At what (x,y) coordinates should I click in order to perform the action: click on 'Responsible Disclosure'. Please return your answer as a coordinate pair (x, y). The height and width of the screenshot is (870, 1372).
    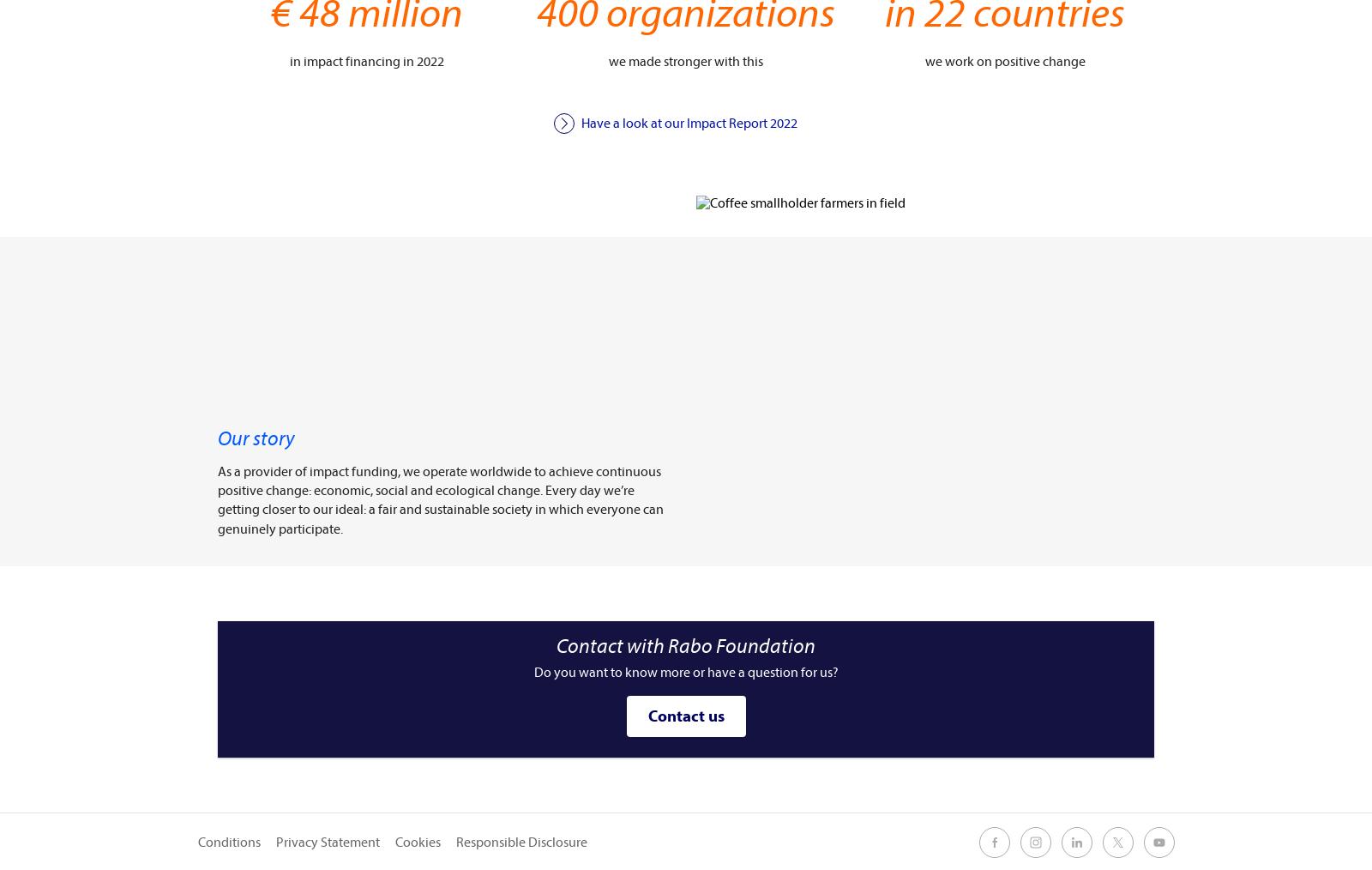
    Looking at the image, I should click on (455, 842).